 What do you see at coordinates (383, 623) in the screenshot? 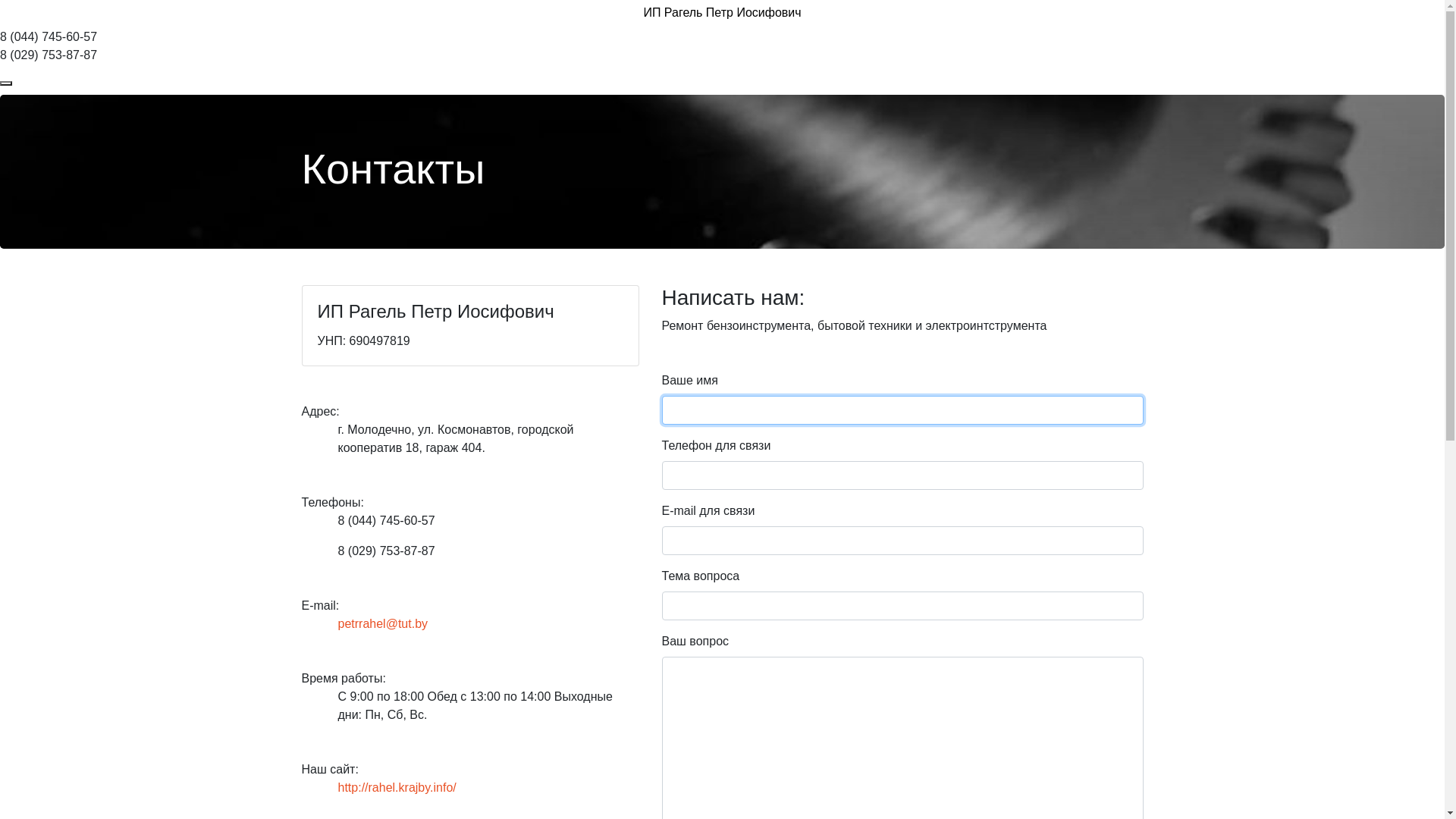
I see `'petrrahel@tut.by'` at bounding box center [383, 623].